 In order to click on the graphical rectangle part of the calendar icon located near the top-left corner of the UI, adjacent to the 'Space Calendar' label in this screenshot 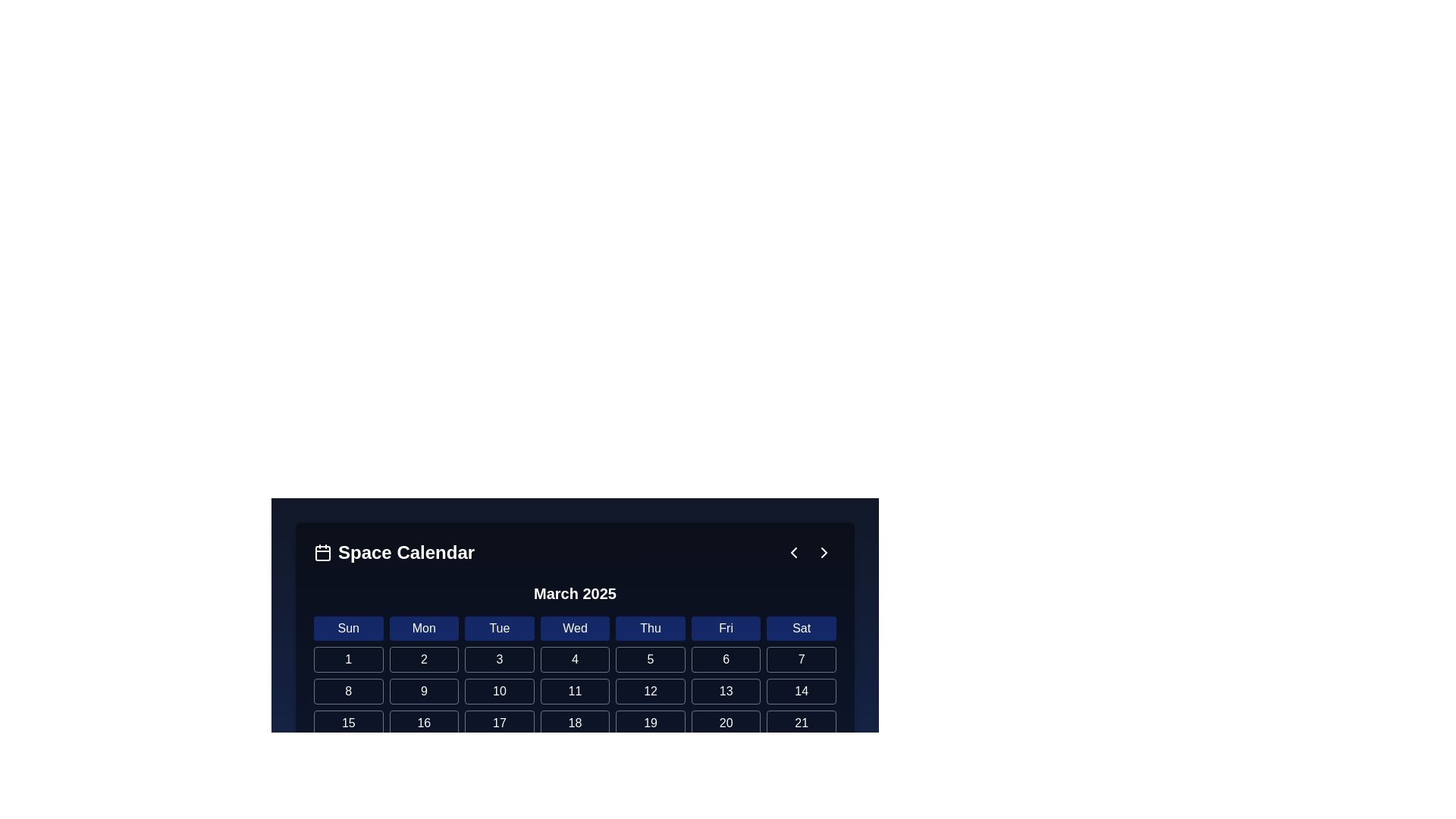, I will do `click(322, 553)`.